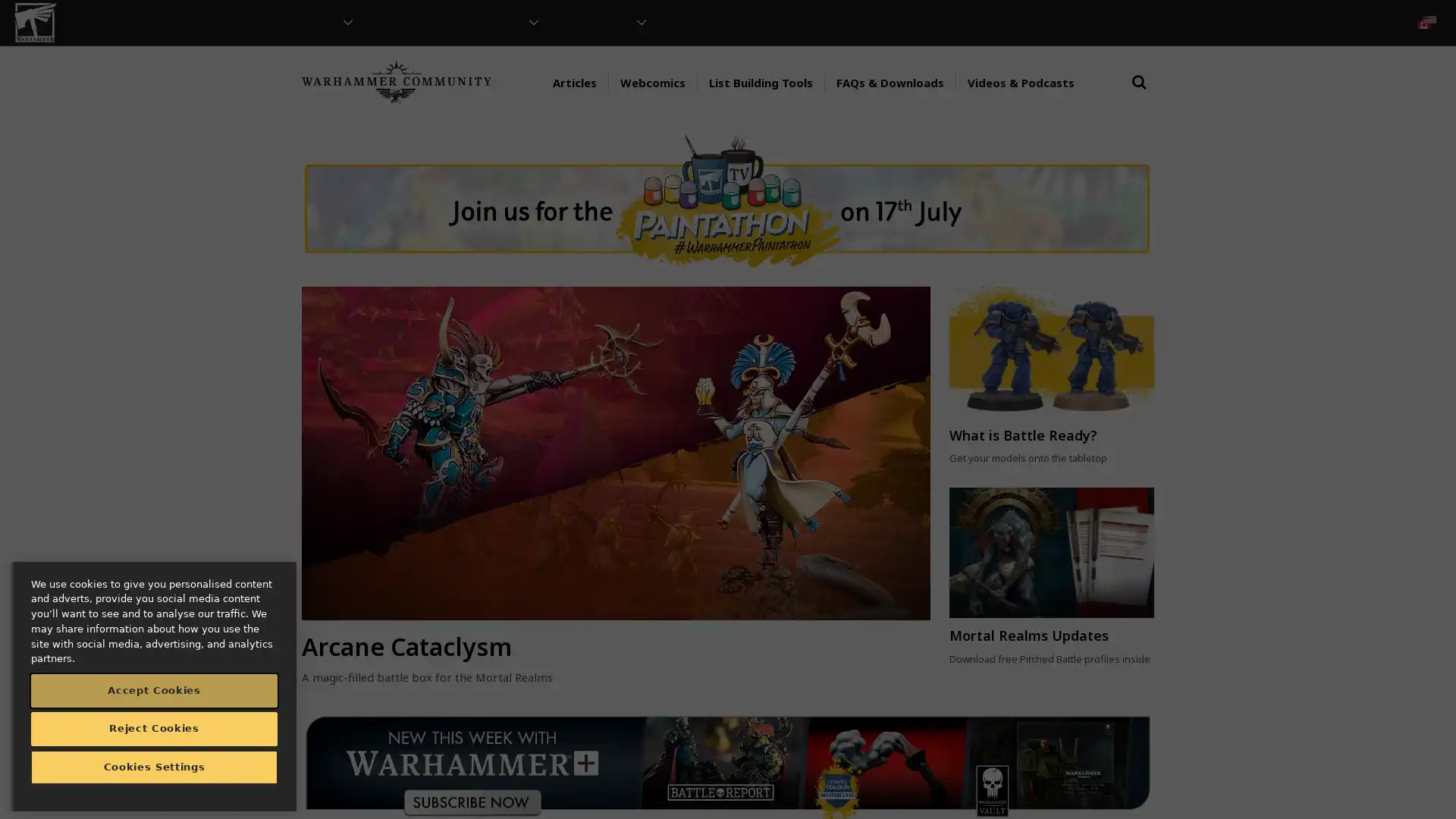 This screenshot has height=819, width=1456. What do you see at coordinates (154, 767) in the screenshot?
I see `Cookies Settings` at bounding box center [154, 767].